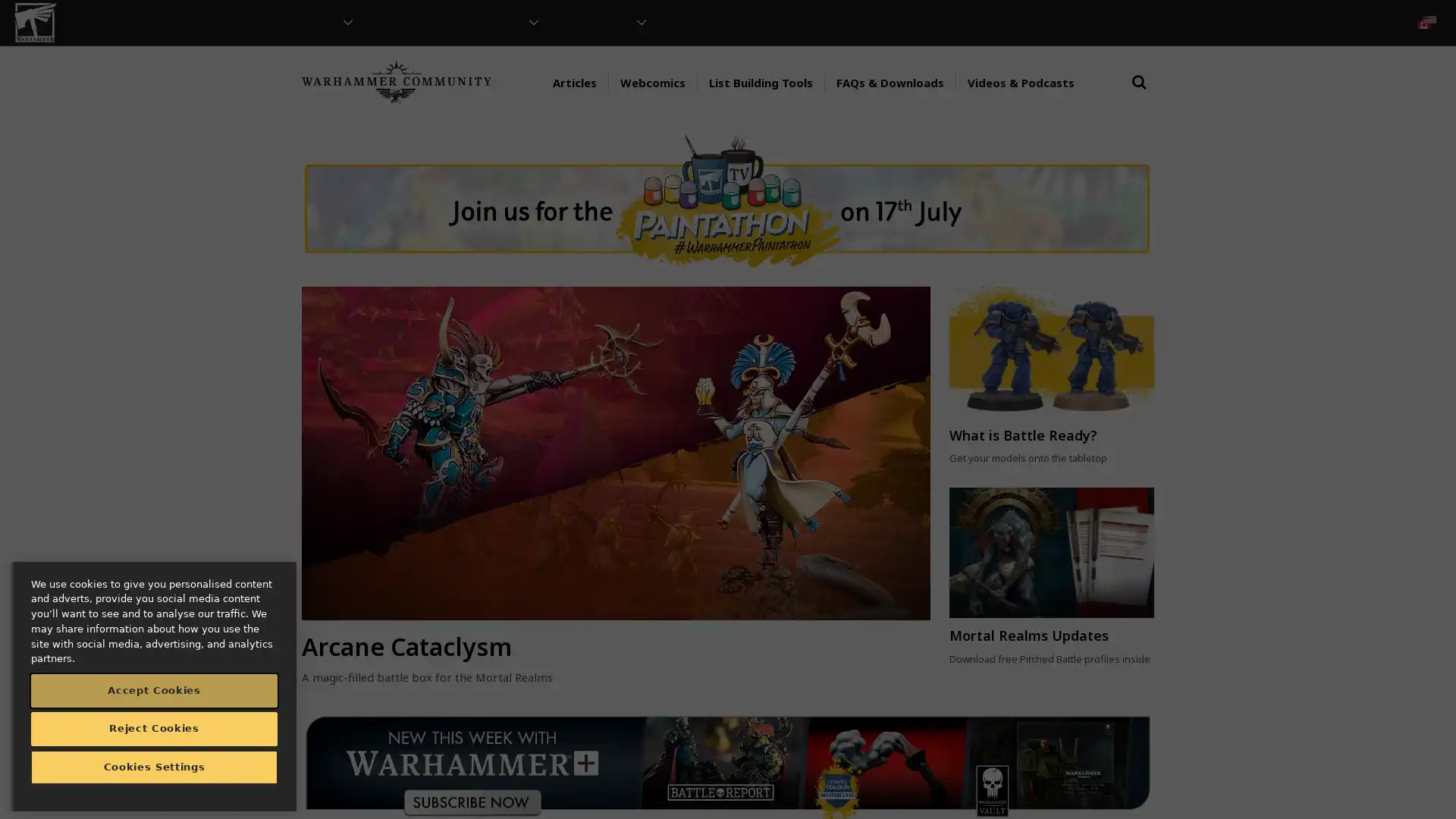 This screenshot has height=819, width=1456. What do you see at coordinates (154, 767) in the screenshot?
I see `Cookies Settings` at bounding box center [154, 767].